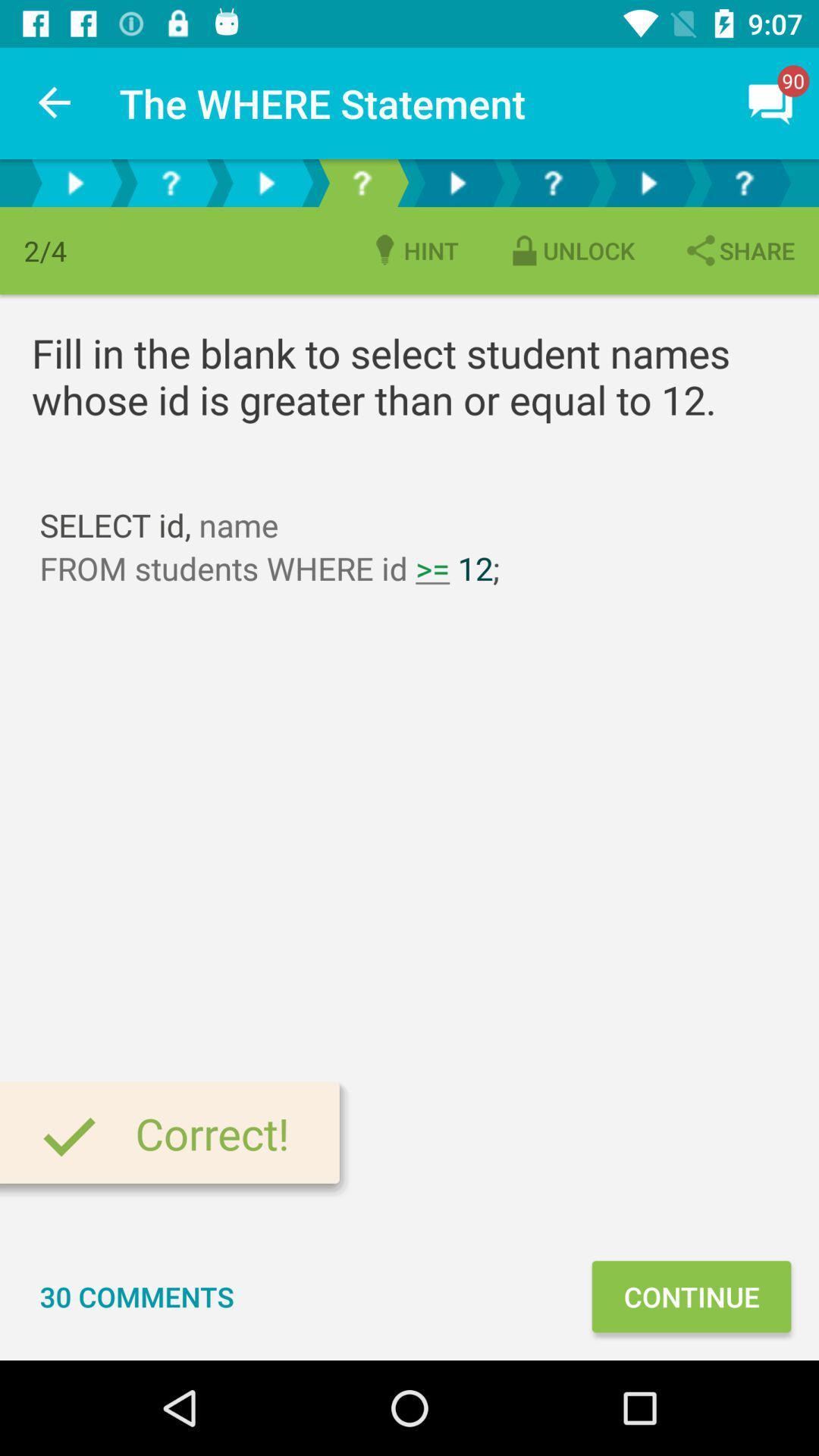 The width and height of the screenshot is (819, 1456). I want to click on play icon above hint, so click(456, 182).